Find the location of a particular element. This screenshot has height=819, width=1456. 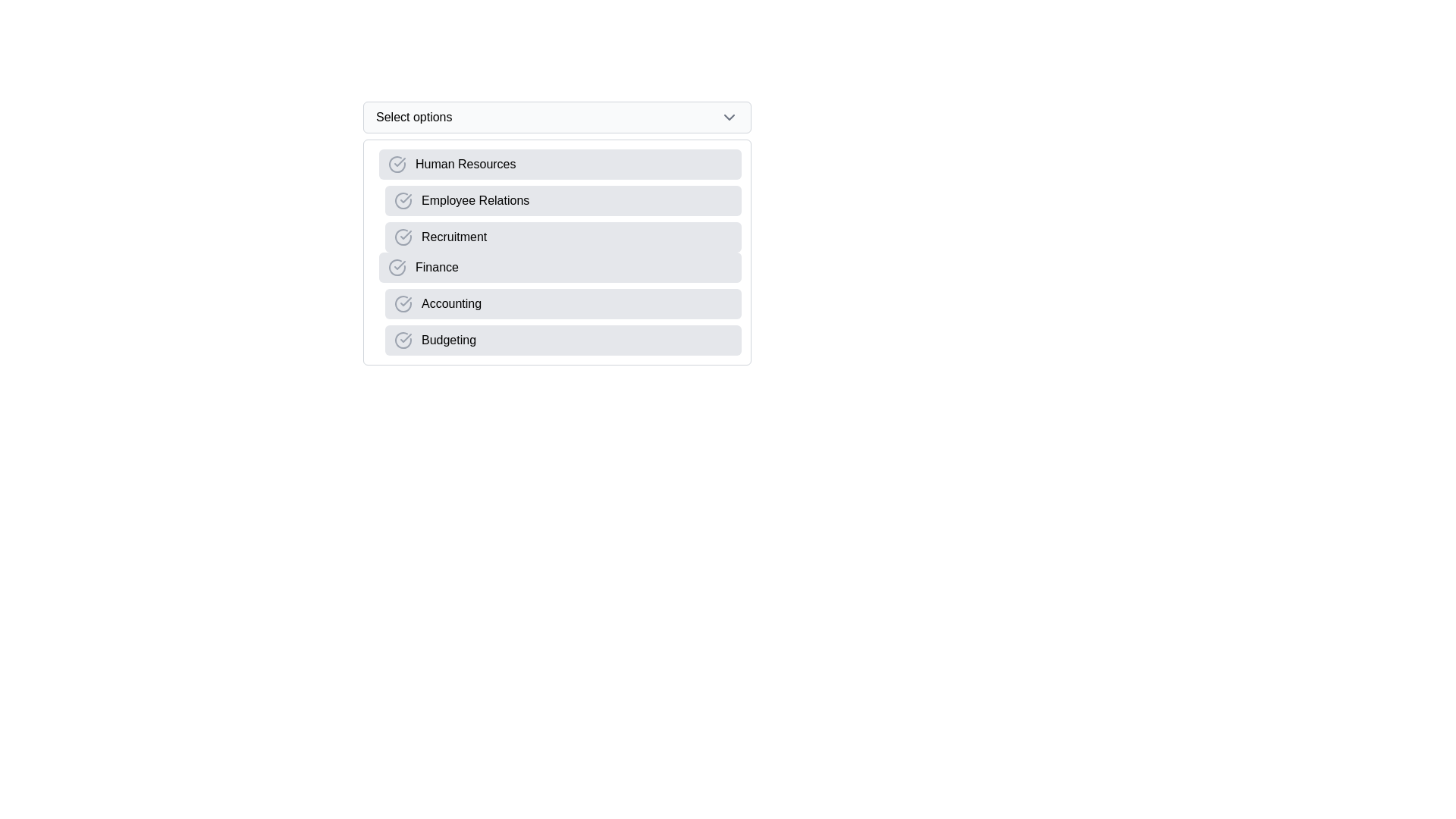

the 'Recruitment' category dropdown list item, which is the third item in the dropdown menu is located at coordinates (556, 234).